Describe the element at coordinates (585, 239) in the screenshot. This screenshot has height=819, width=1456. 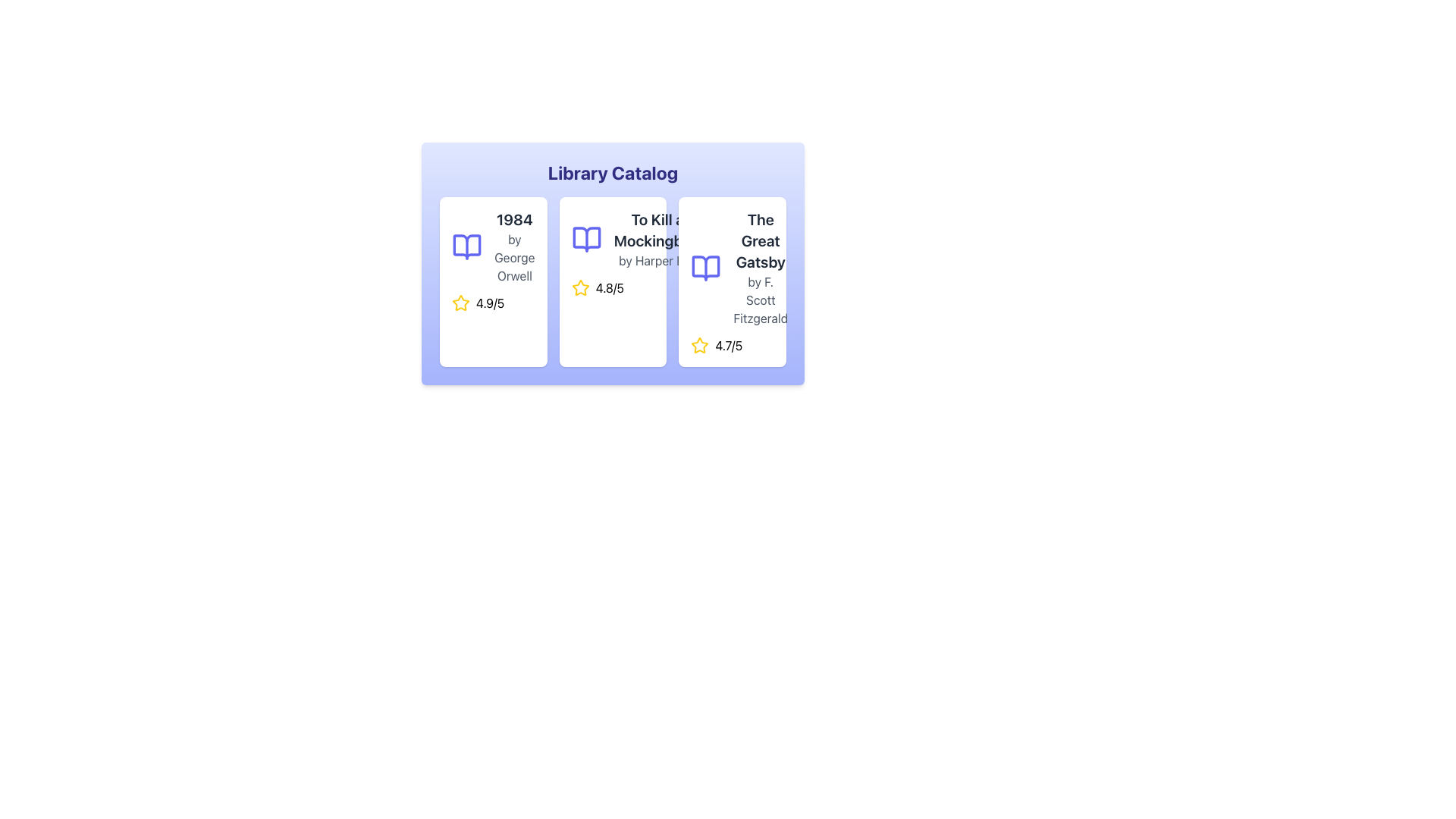
I see `the violet book icon representing 'To Kill a Mockingbird' by Harper Lee, which is located above the text content in the book listing section` at that location.